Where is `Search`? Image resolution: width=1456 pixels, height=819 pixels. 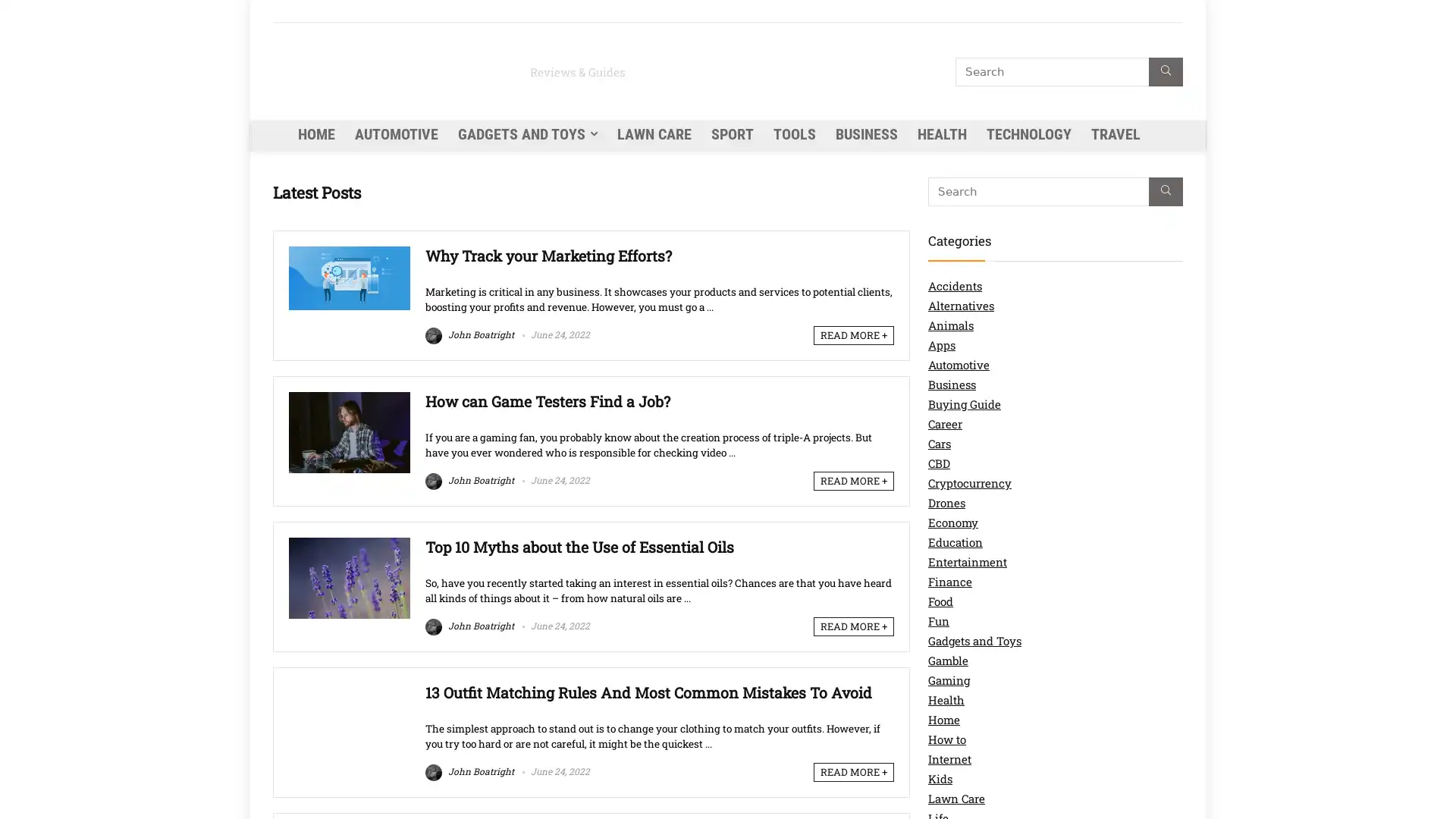
Search is located at coordinates (1165, 72).